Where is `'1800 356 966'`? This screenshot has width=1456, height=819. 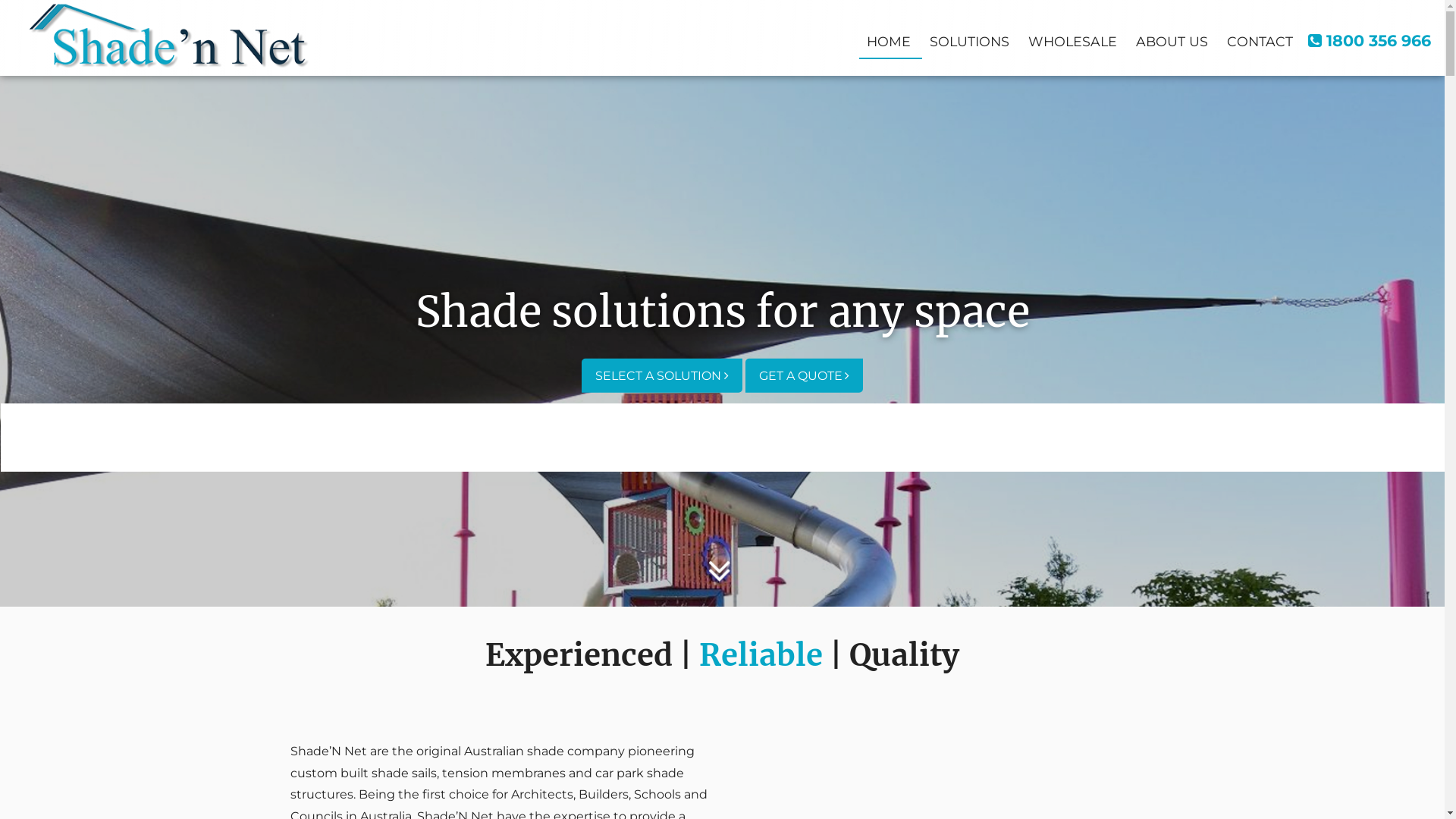 '1800 356 966' is located at coordinates (1369, 39).